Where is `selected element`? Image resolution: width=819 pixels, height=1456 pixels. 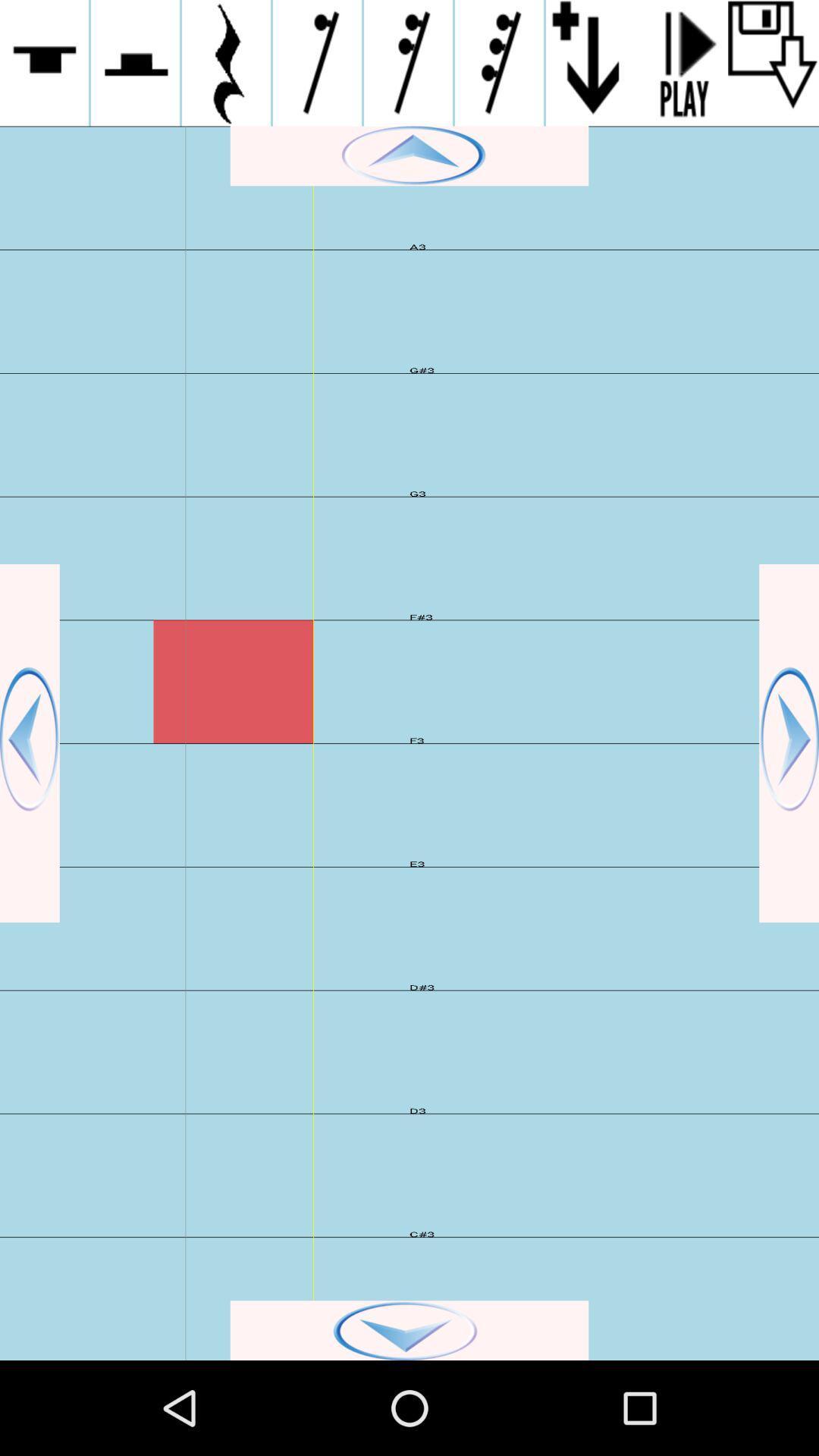
selected element is located at coordinates (134, 62).